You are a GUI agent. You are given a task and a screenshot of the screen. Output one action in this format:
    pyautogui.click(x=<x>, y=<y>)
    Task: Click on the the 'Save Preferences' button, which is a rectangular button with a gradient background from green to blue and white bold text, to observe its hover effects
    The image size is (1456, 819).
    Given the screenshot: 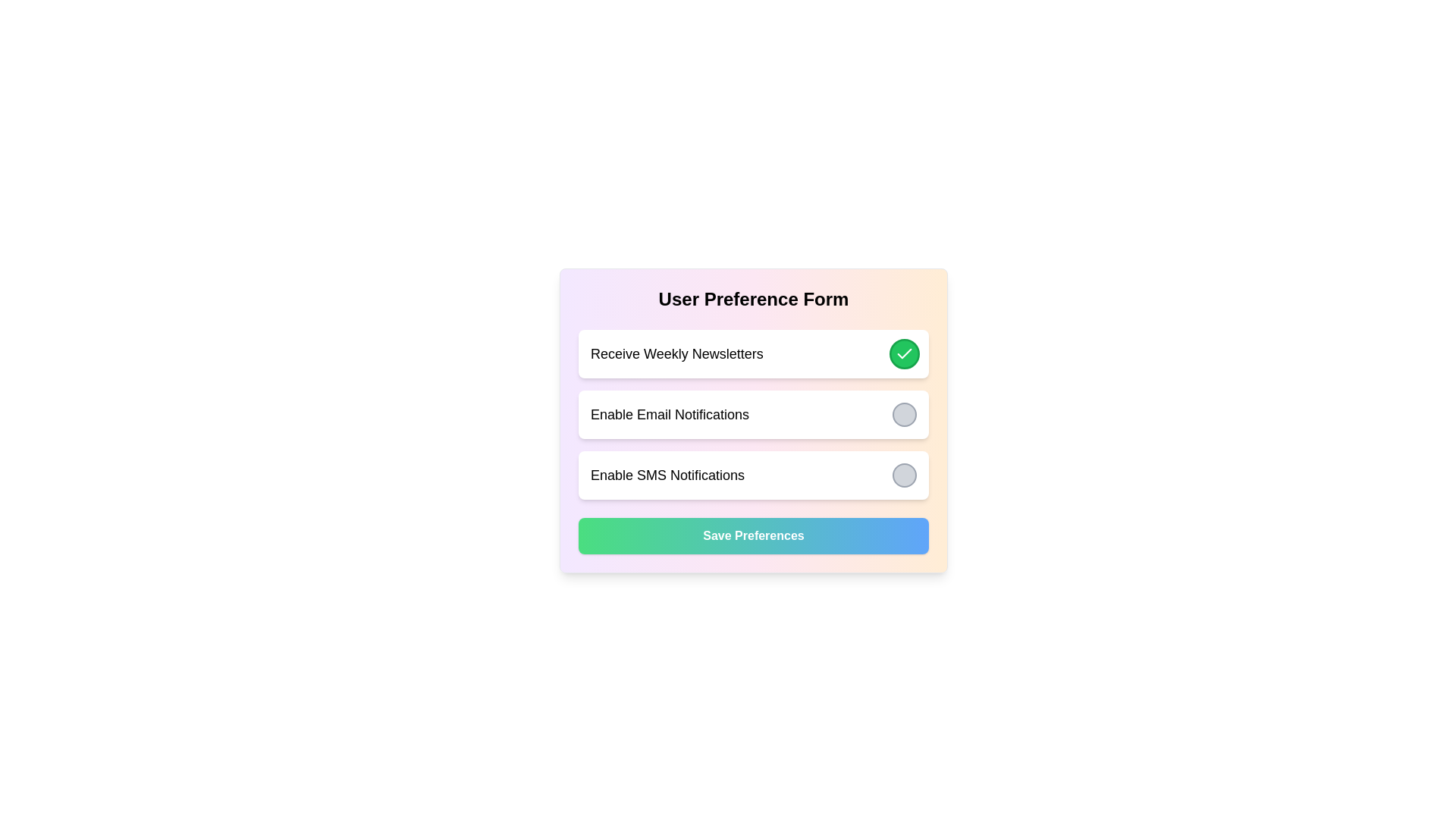 What is the action you would take?
    pyautogui.click(x=753, y=535)
    